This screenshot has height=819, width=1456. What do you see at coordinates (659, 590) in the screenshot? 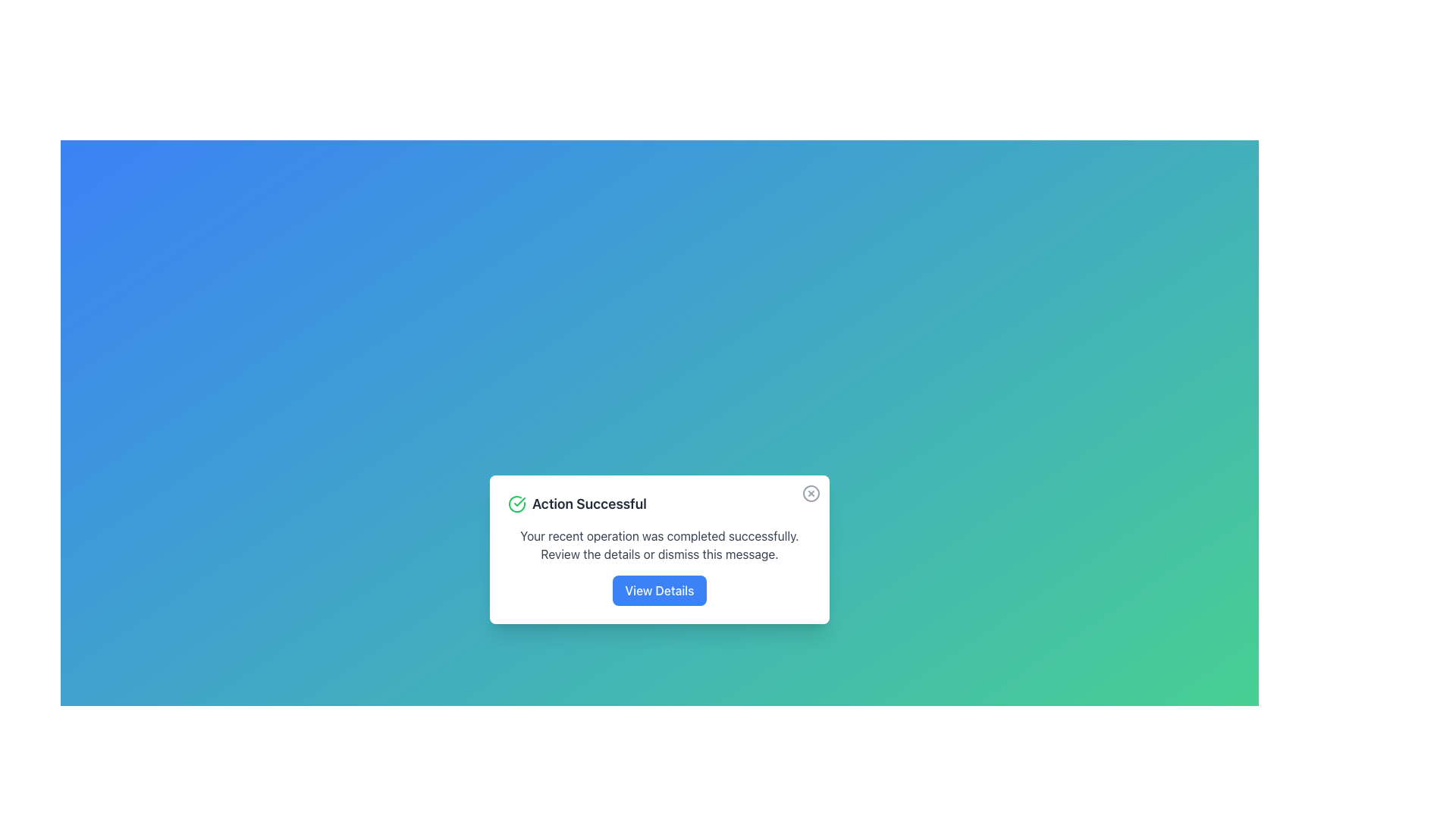
I see `the button located at the bottom center of the notification dialog box that allows users` at bounding box center [659, 590].